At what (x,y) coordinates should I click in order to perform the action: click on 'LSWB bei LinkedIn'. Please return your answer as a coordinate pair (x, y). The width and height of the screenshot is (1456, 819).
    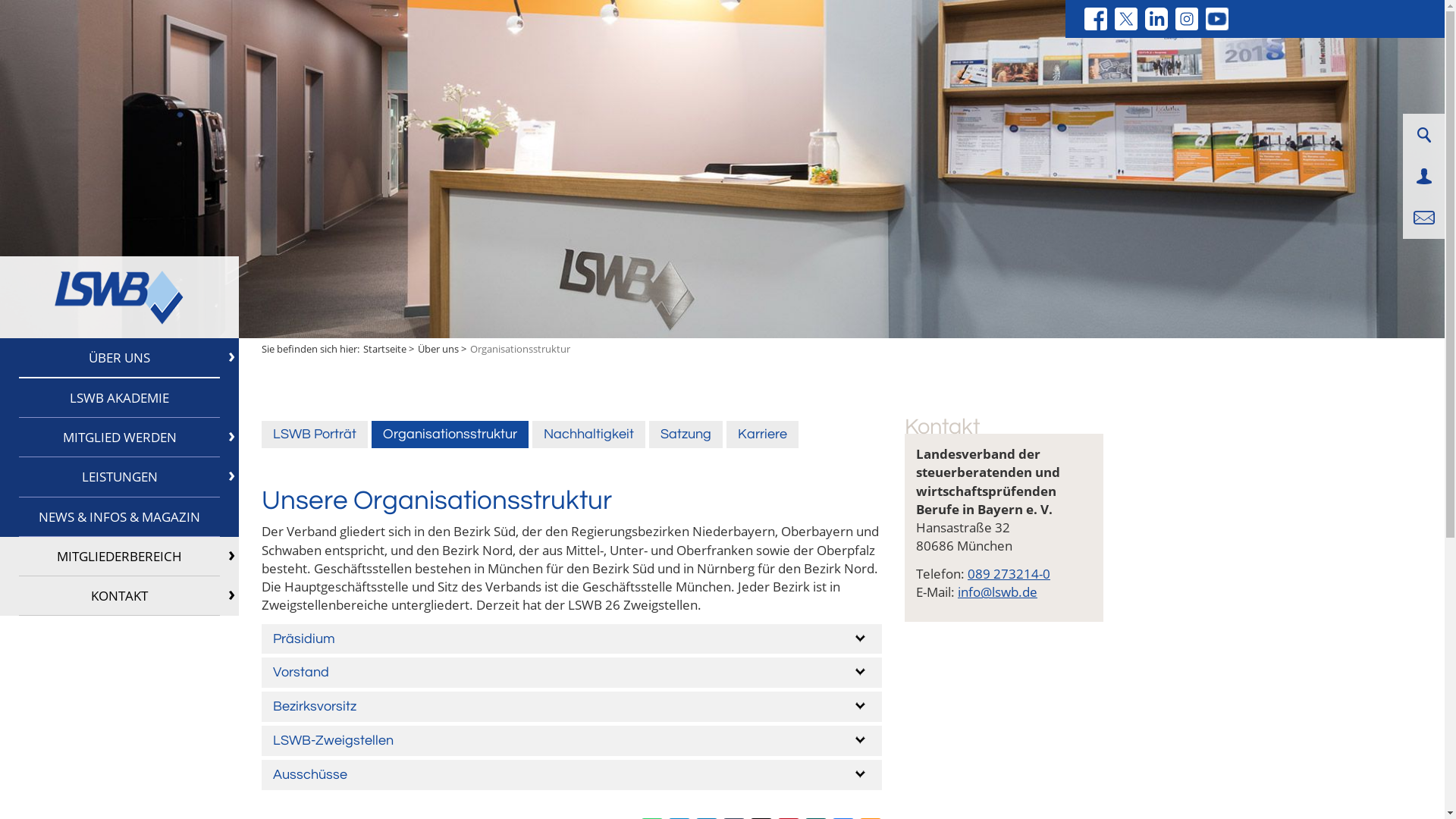
    Looking at the image, I should click on (1156, 18).